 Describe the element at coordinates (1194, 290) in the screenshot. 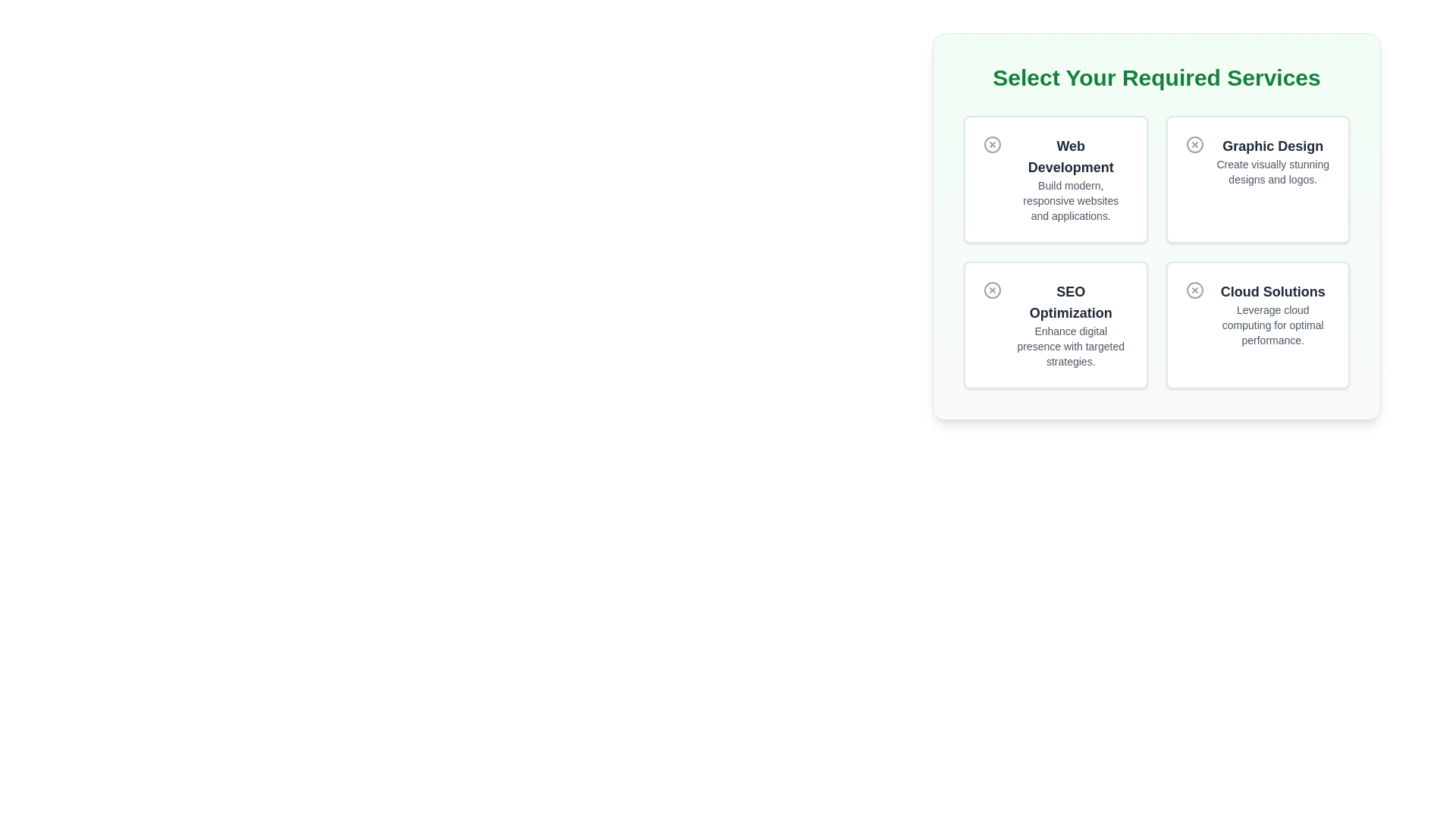

I see `the circular visual icon component associated with the 'Cloud Solutions' service card located at the bottom-right of the service selection grid` at that location.